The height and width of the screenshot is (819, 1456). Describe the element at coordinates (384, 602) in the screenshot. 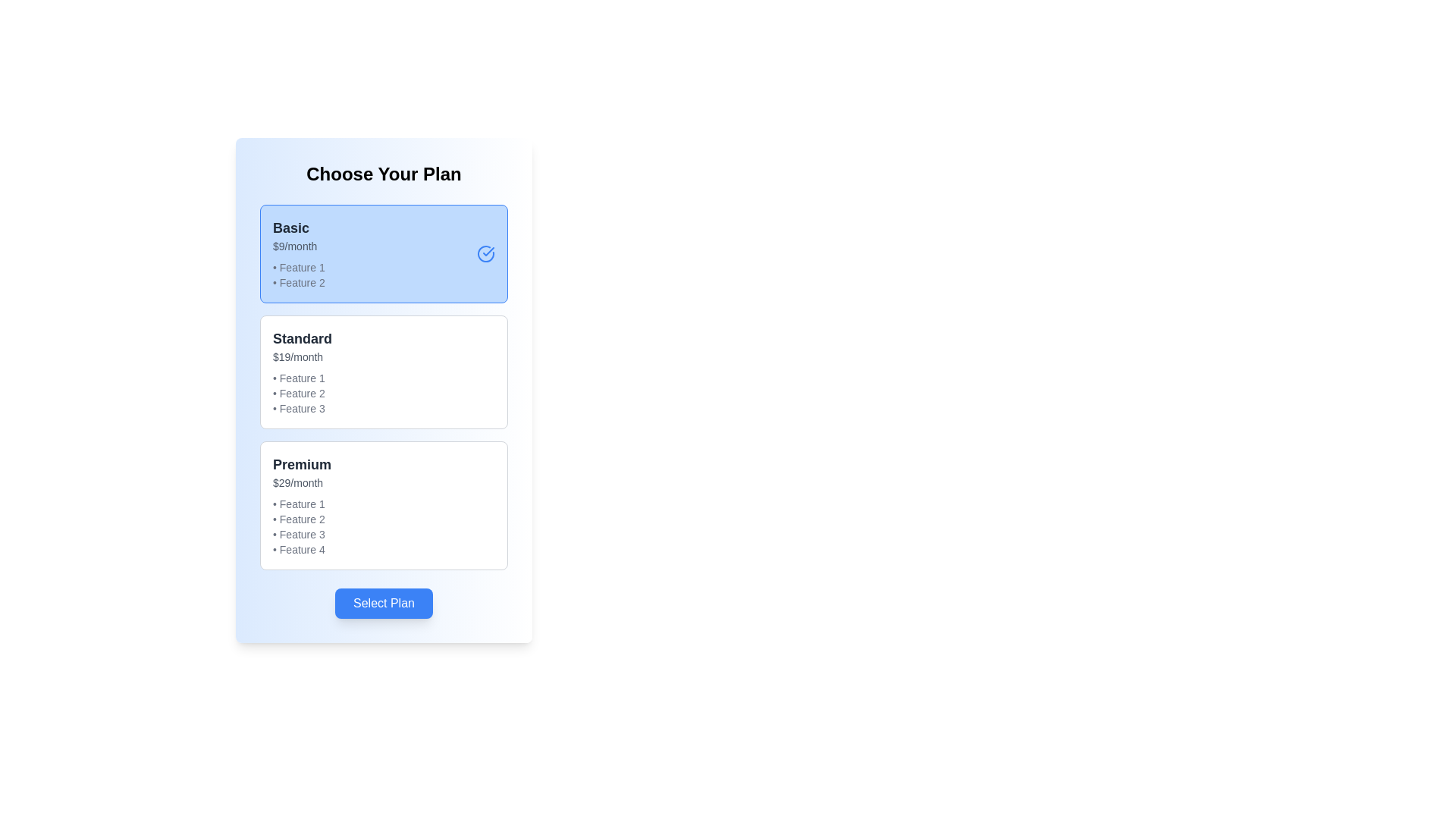

I see `the confirm button positioned below the subscription plan options` at that location.